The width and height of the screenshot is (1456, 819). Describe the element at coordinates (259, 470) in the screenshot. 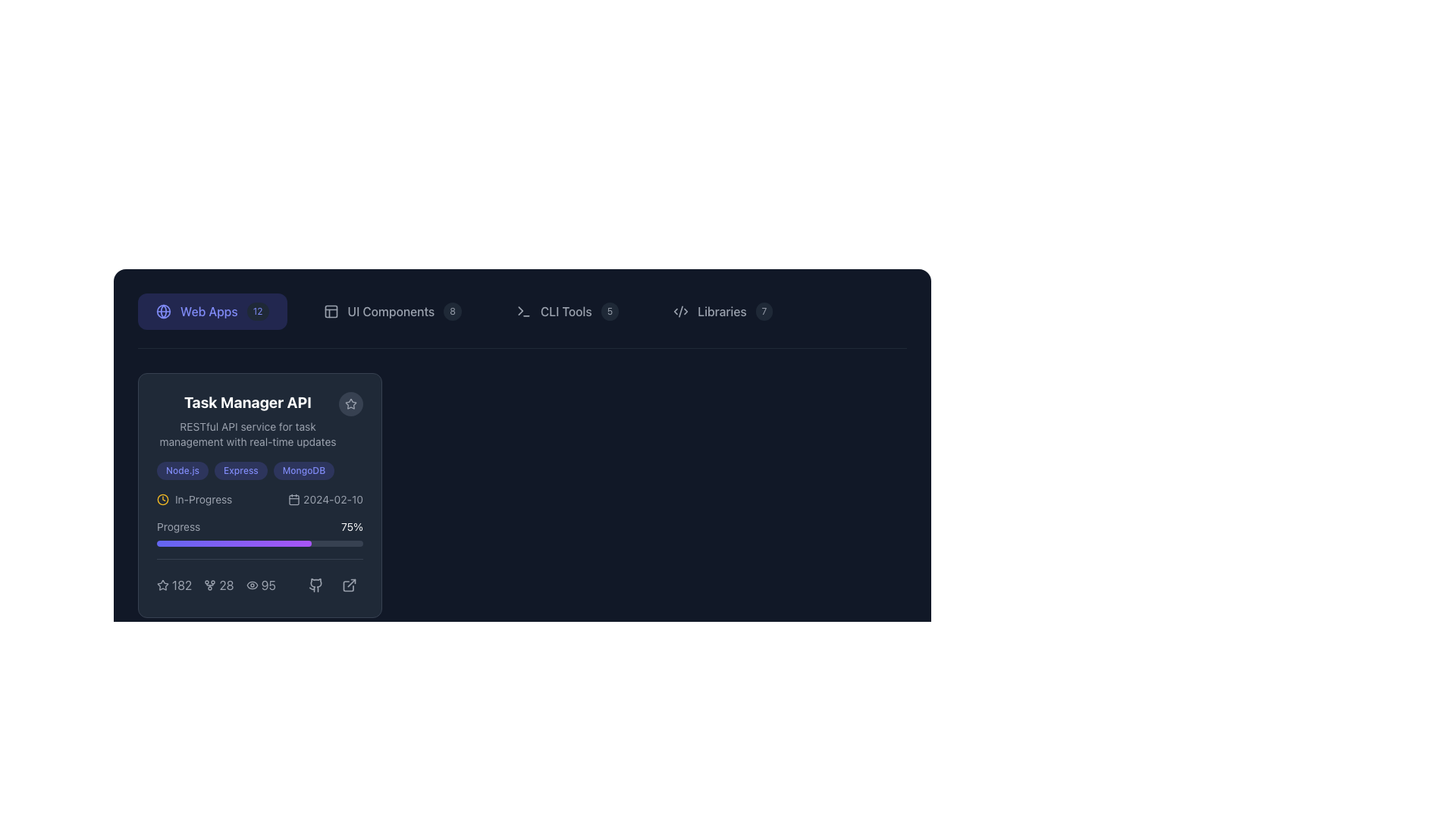

I see `on the horizontal label group containing the labels 'Node.js', 'Express', and 'MongoDB'` at that location.